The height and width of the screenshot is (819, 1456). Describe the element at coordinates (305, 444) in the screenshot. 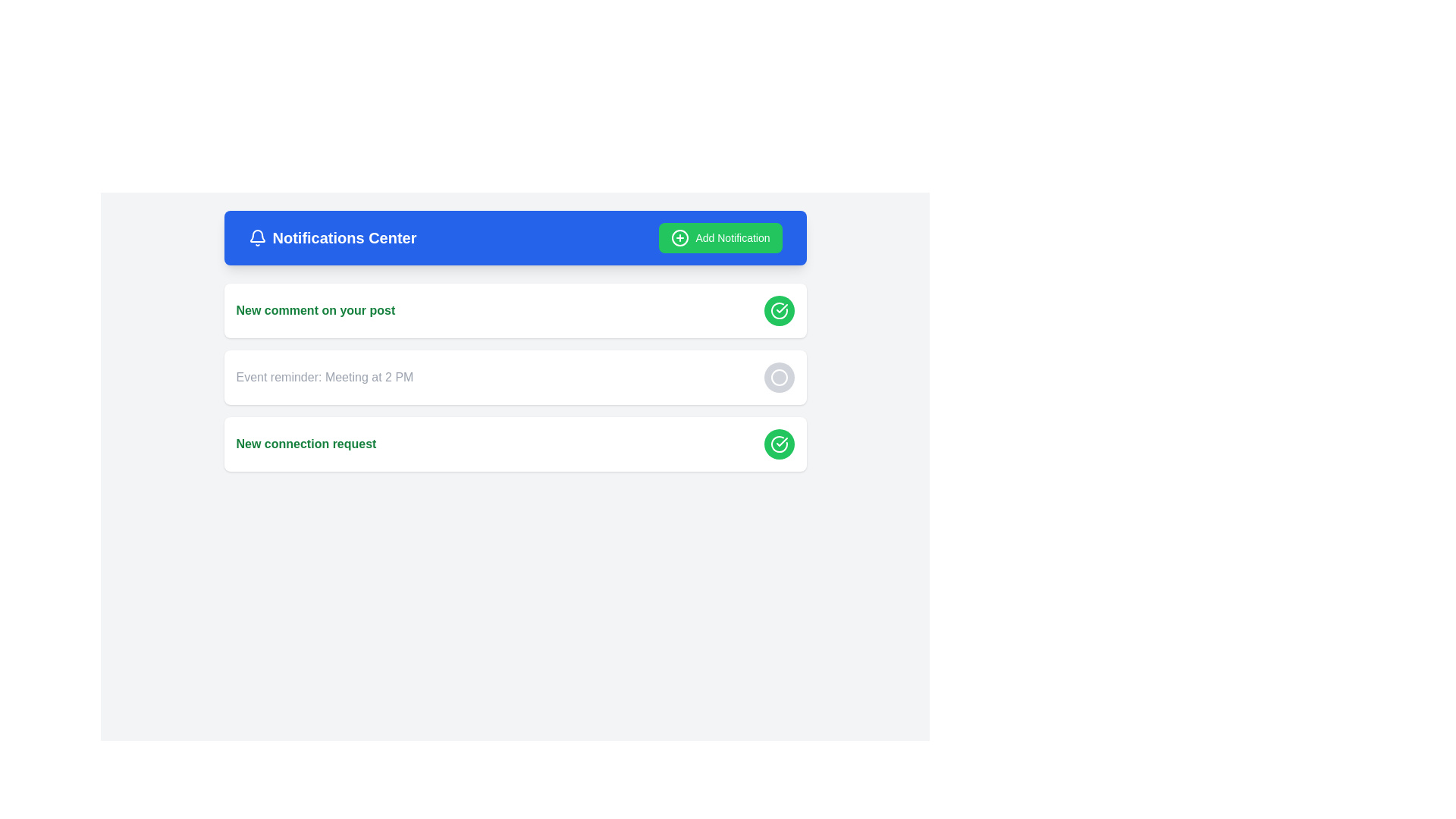

I see `the text label that reads 'New connection request' in the third notification card of the Notifications Center, which is styled with bold green text and located beside a circular icon` at that location.